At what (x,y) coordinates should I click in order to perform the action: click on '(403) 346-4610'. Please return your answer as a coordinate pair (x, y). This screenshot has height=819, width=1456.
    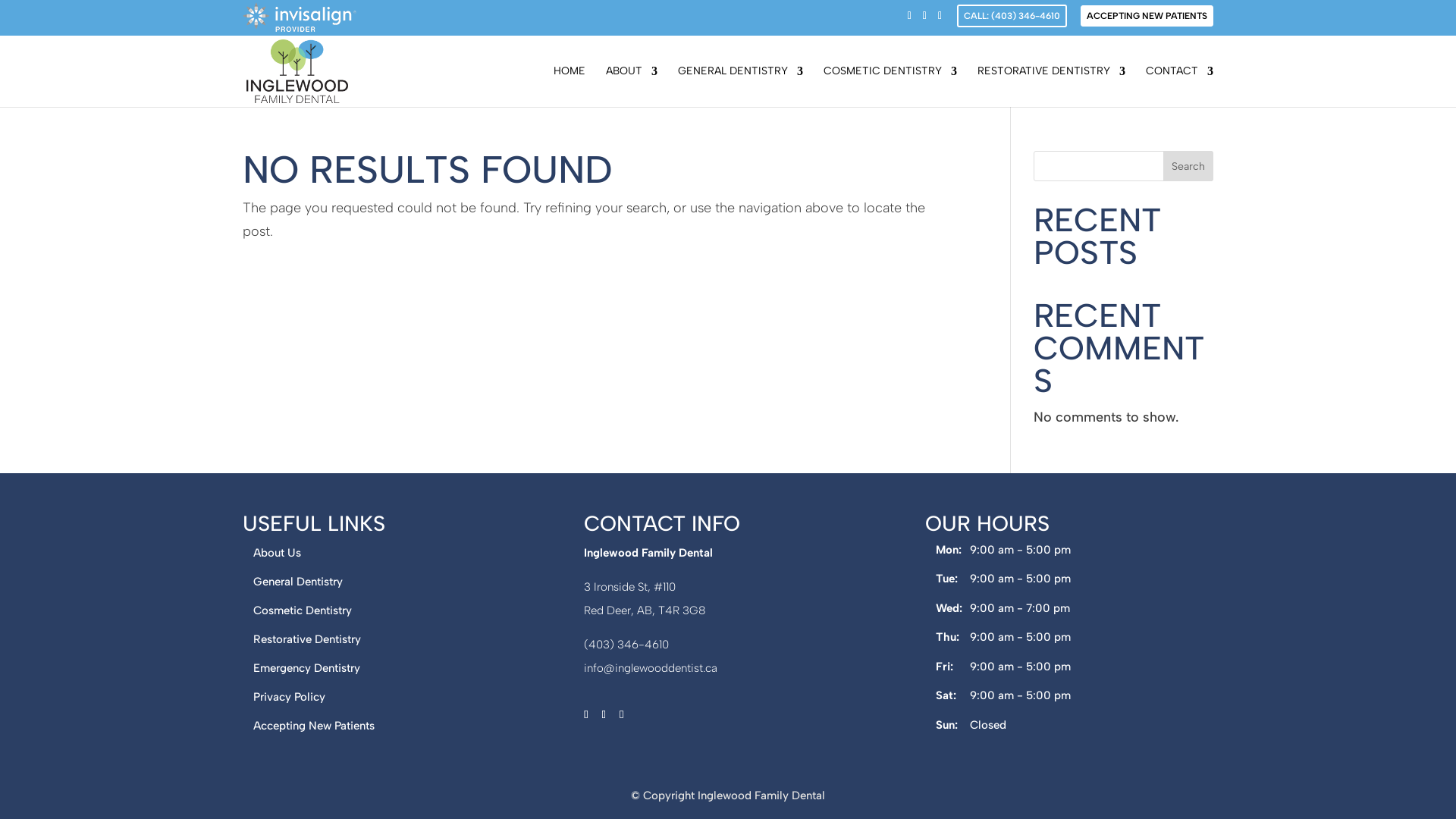
    Looking at the image, I should click on (626, 644).